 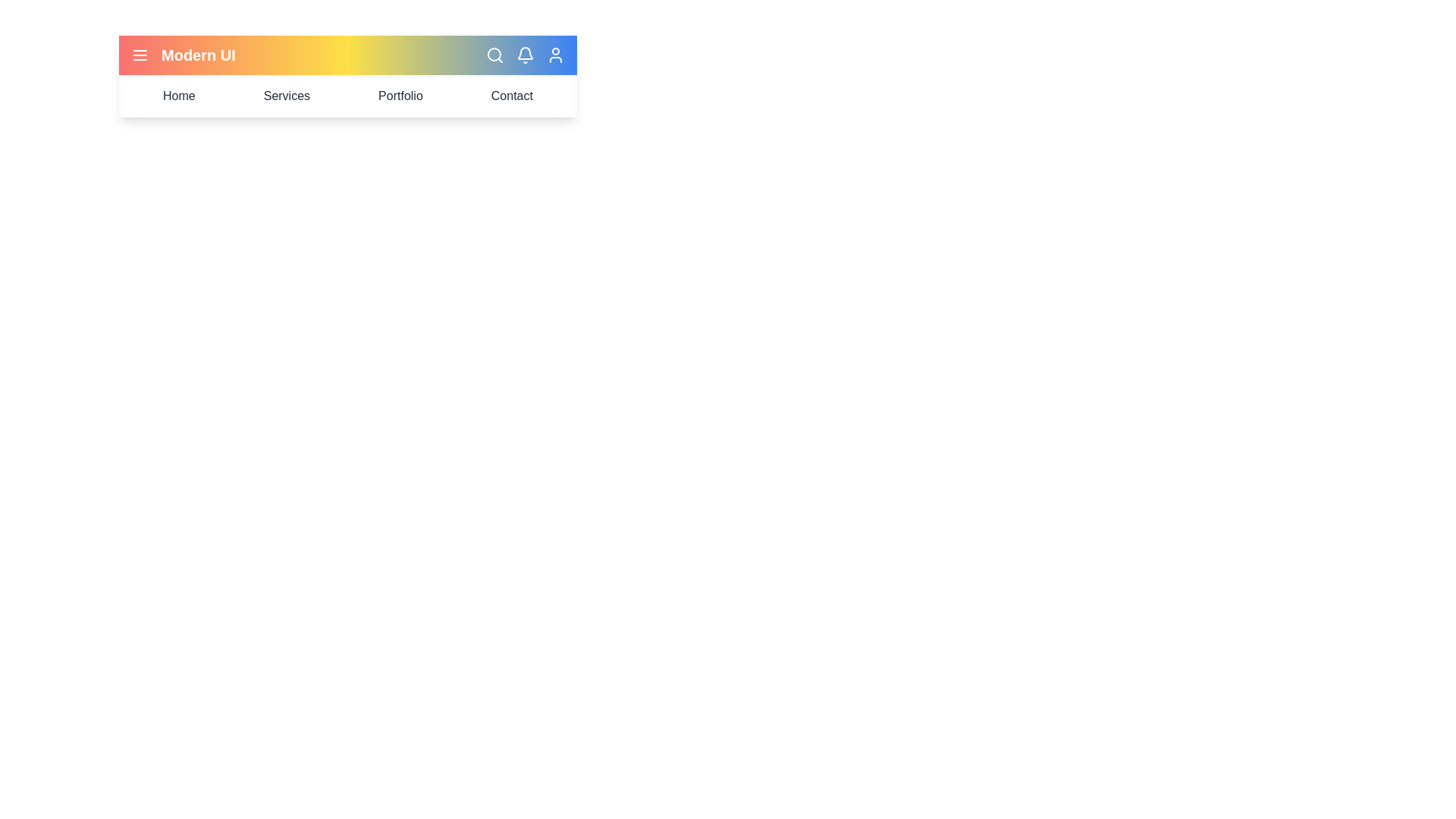 I want to click on the search icon in the app bar, so click(x=494, y=55).